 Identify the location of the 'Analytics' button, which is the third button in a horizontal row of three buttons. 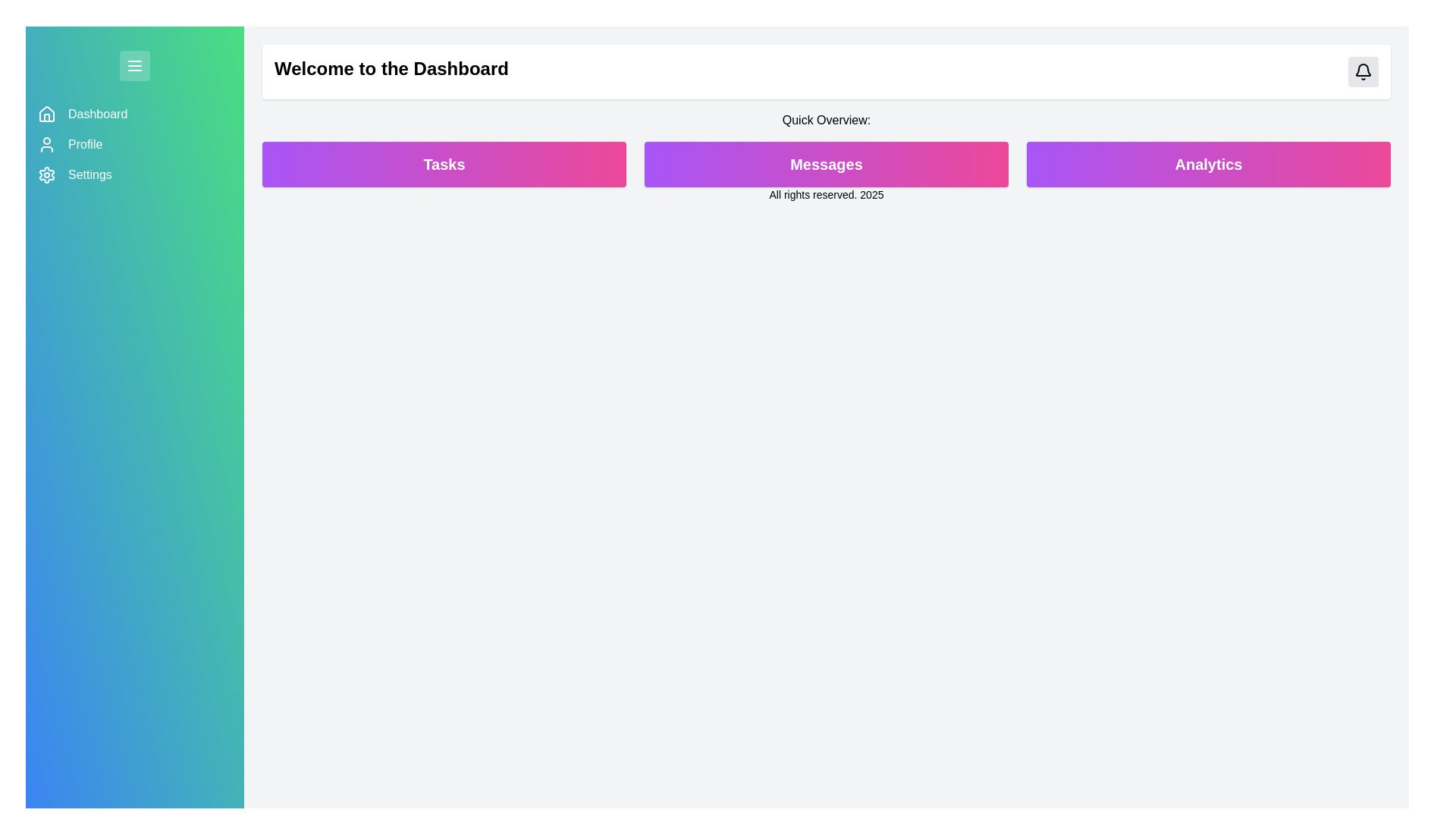
(1207, 164).